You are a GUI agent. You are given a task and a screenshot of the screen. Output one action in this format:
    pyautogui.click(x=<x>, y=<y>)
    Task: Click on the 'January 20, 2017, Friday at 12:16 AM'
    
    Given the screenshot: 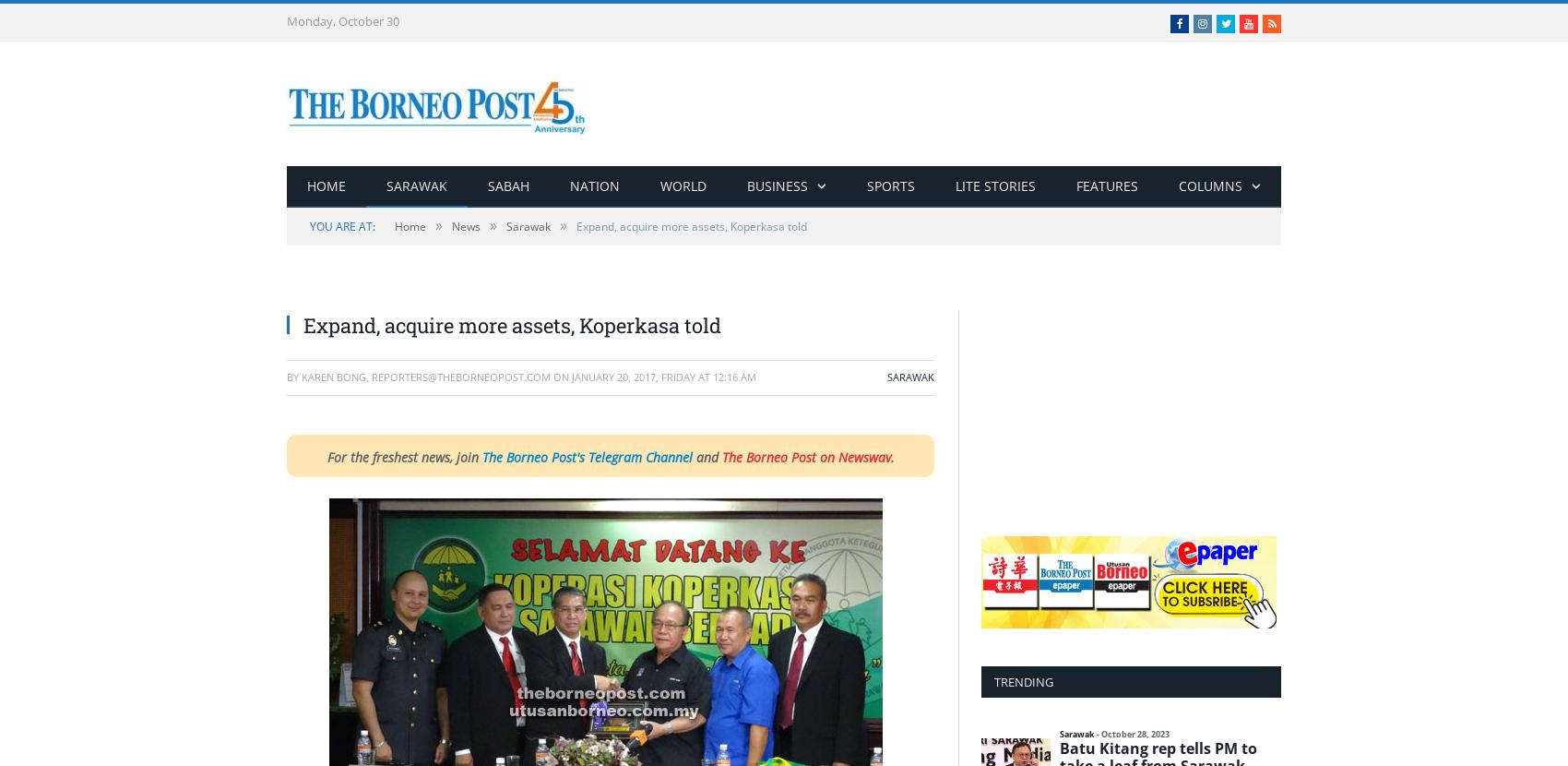 What is the action you would take?
    pyautogui.click(x=663, y=376)
    